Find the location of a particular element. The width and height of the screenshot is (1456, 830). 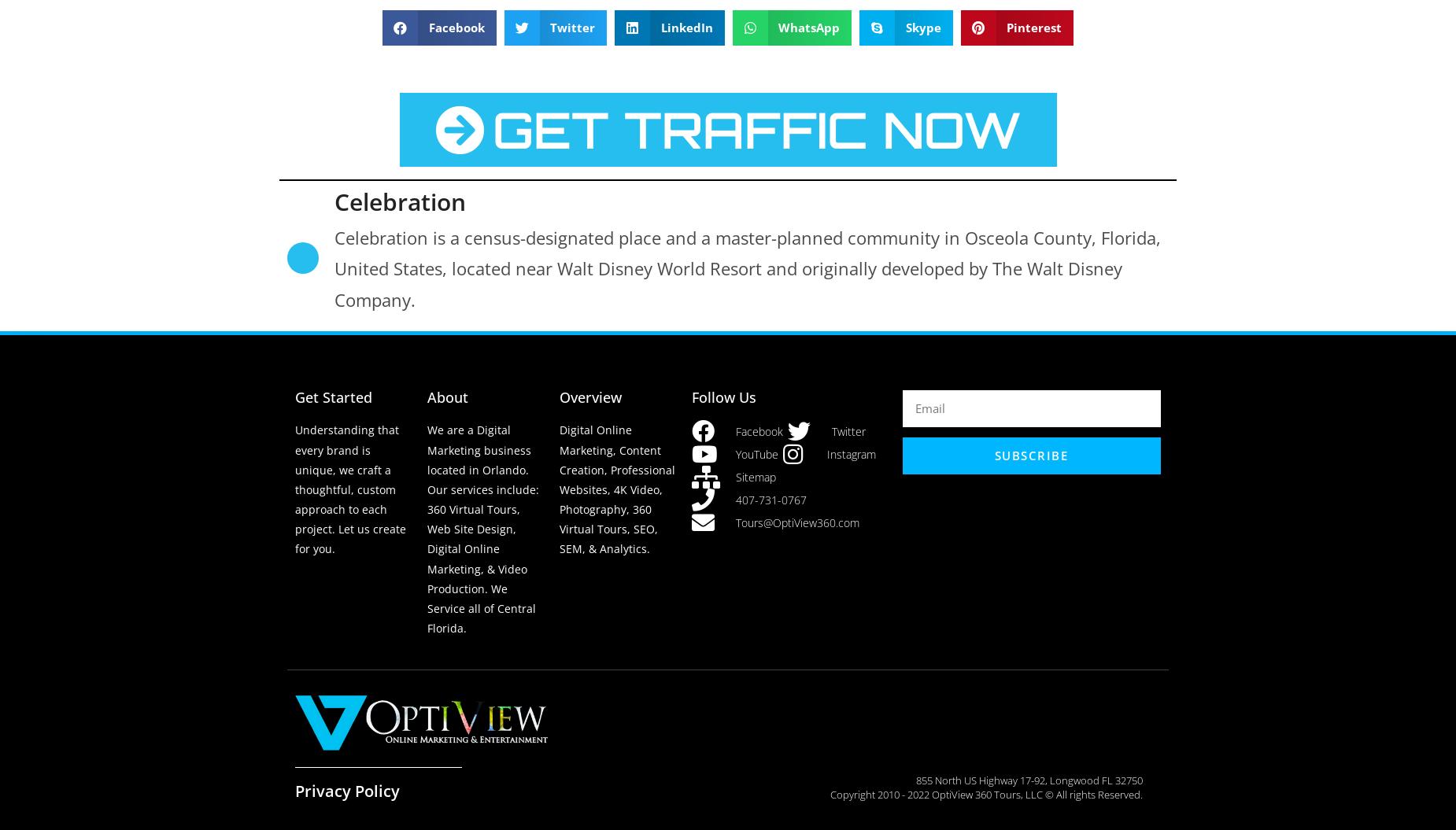

'Understanding that every brand is unique, we craft a thoughtful, custom approach to each project. Let us create for you.' is located at coordinates (294, 489).